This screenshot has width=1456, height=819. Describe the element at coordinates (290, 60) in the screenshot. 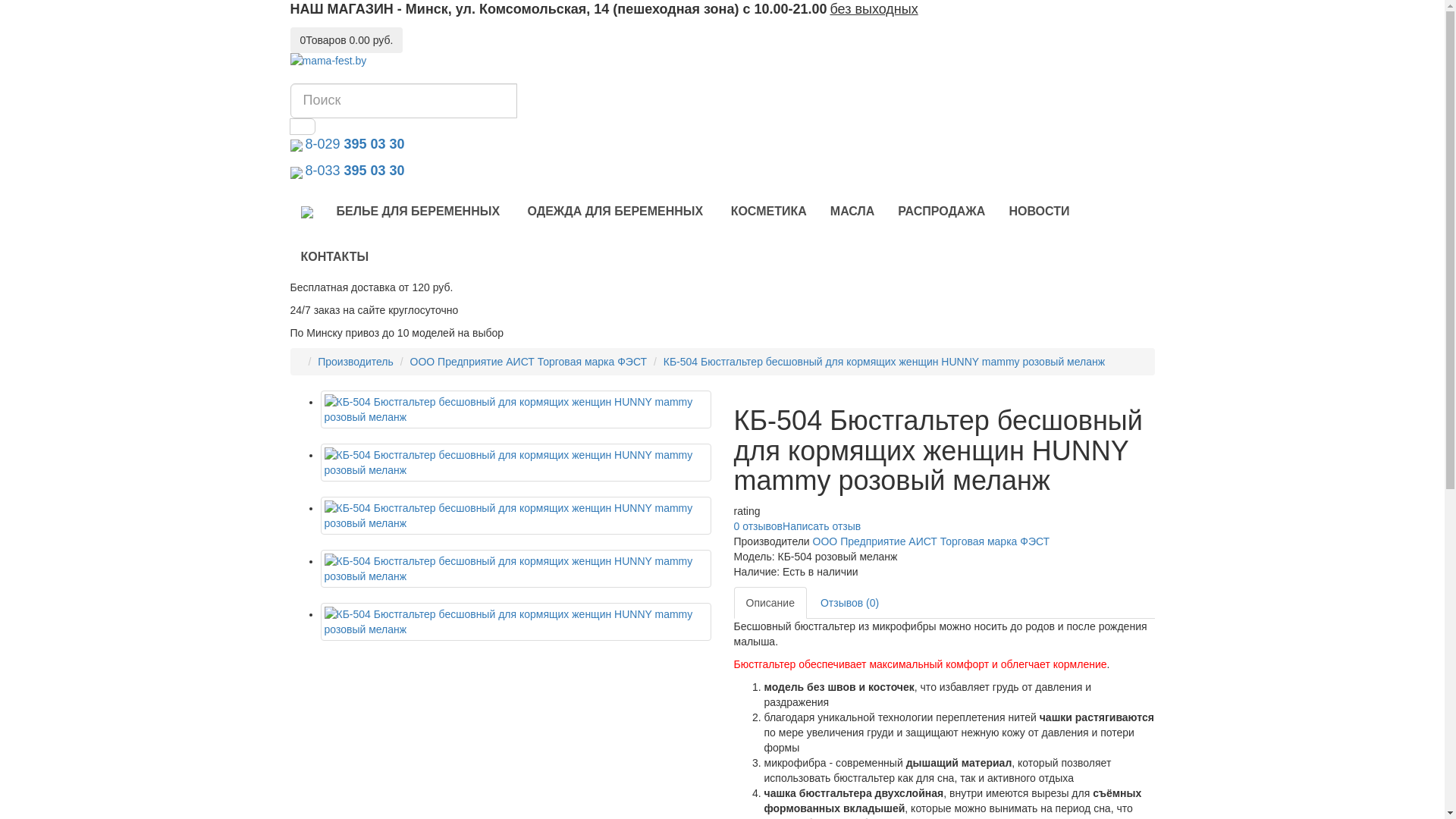

I see `'mama-fest.by'` at that location.